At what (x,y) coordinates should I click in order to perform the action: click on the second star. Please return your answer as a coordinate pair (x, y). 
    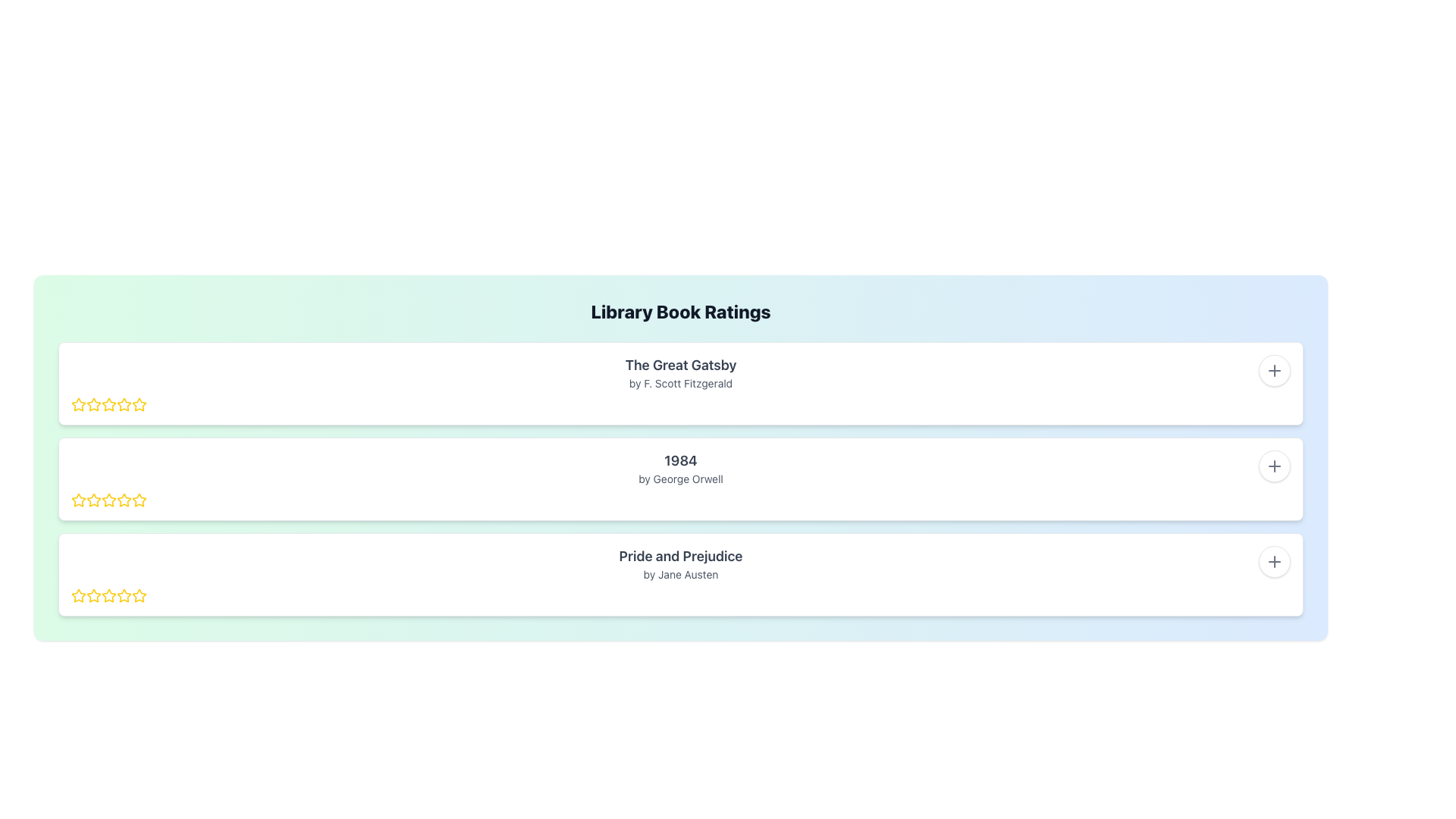
    Looking at the image, I should click on (139, 500).